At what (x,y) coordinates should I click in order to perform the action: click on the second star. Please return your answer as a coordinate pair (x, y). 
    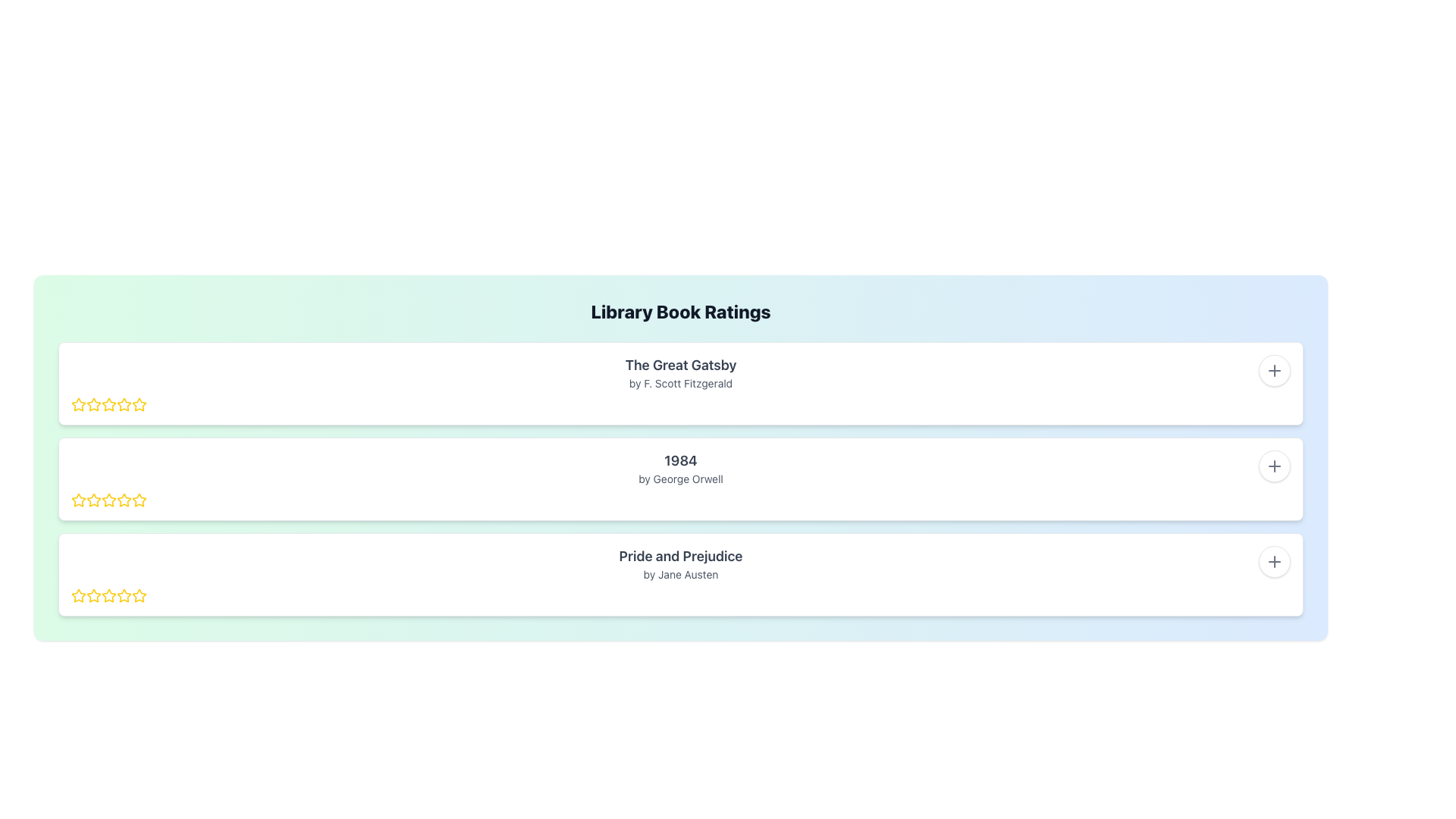
    Looking at the image, I should click on (139, 500).